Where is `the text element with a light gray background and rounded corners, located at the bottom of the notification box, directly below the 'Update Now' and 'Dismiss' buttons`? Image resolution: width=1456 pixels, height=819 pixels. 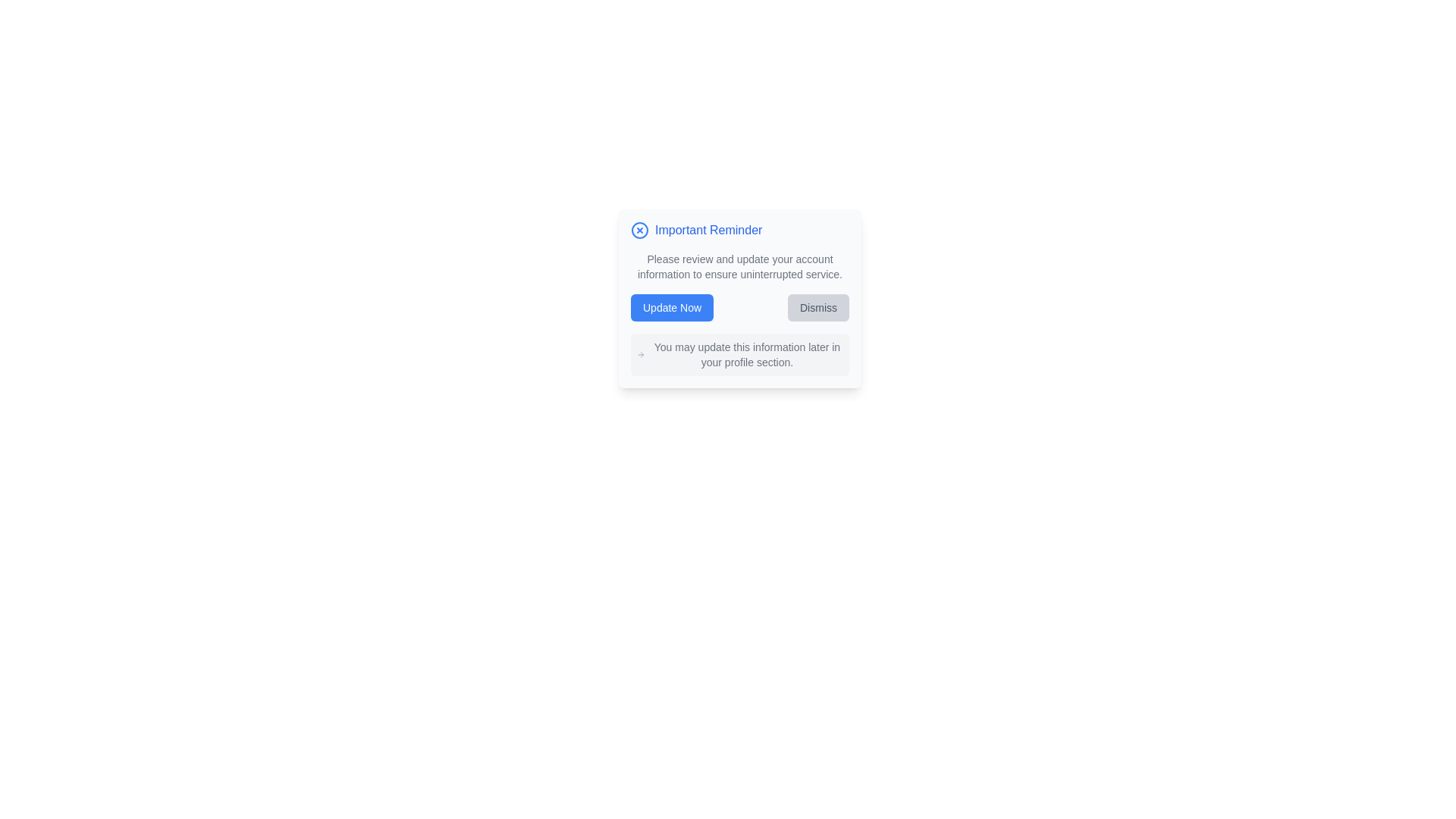
the text element with a light gray background and rounded corners, located at the bottom of the notification box, directly below the 'Update Now' and 'Dismiss' buttons is located at coordinates (739, 354).